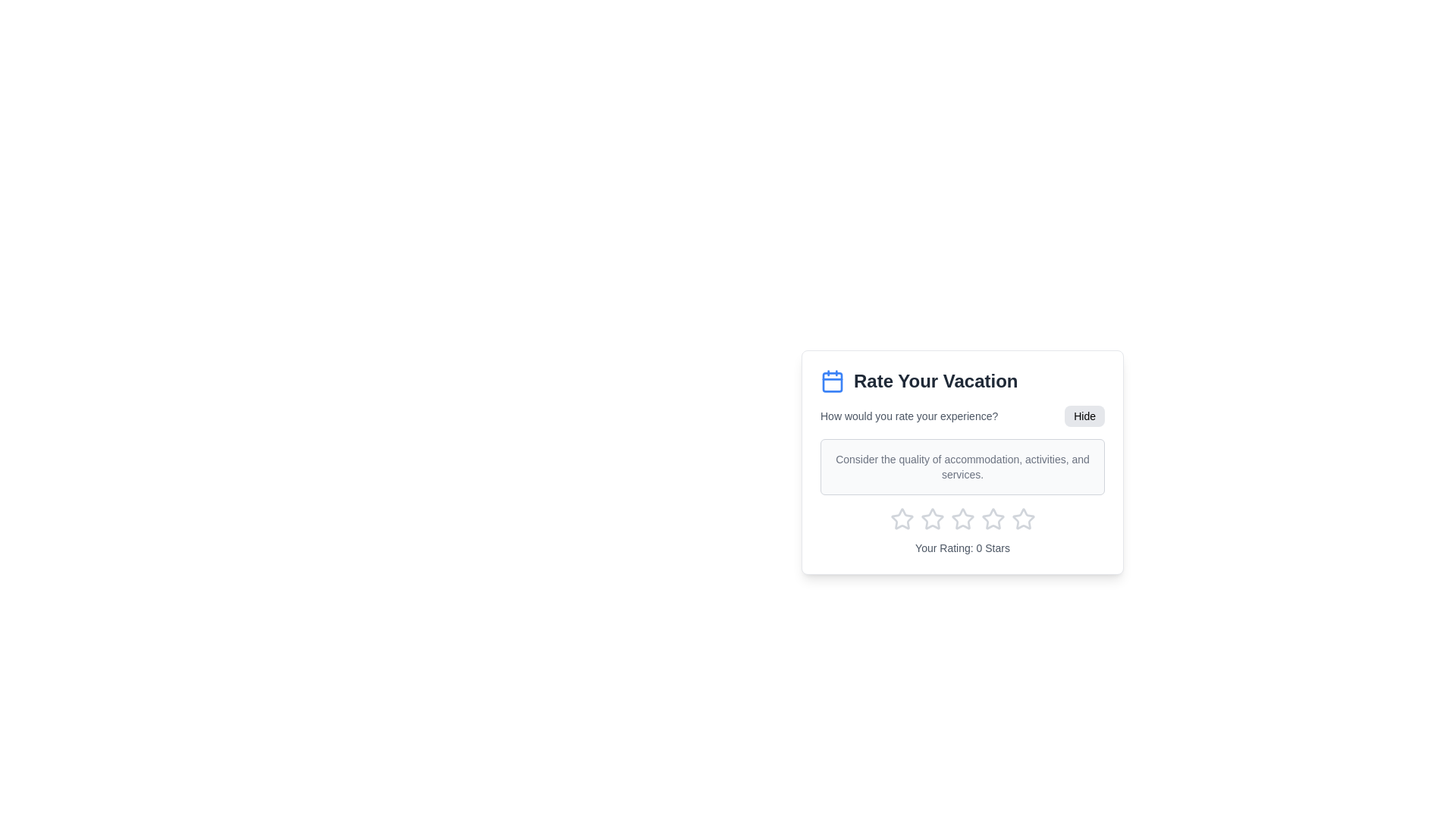 This screenshot has width=1456, height=819. Describe the element at coordinates (962, 519) in the screenshot. I see `the fourth star in the horizontal rating mechanism` at that location.